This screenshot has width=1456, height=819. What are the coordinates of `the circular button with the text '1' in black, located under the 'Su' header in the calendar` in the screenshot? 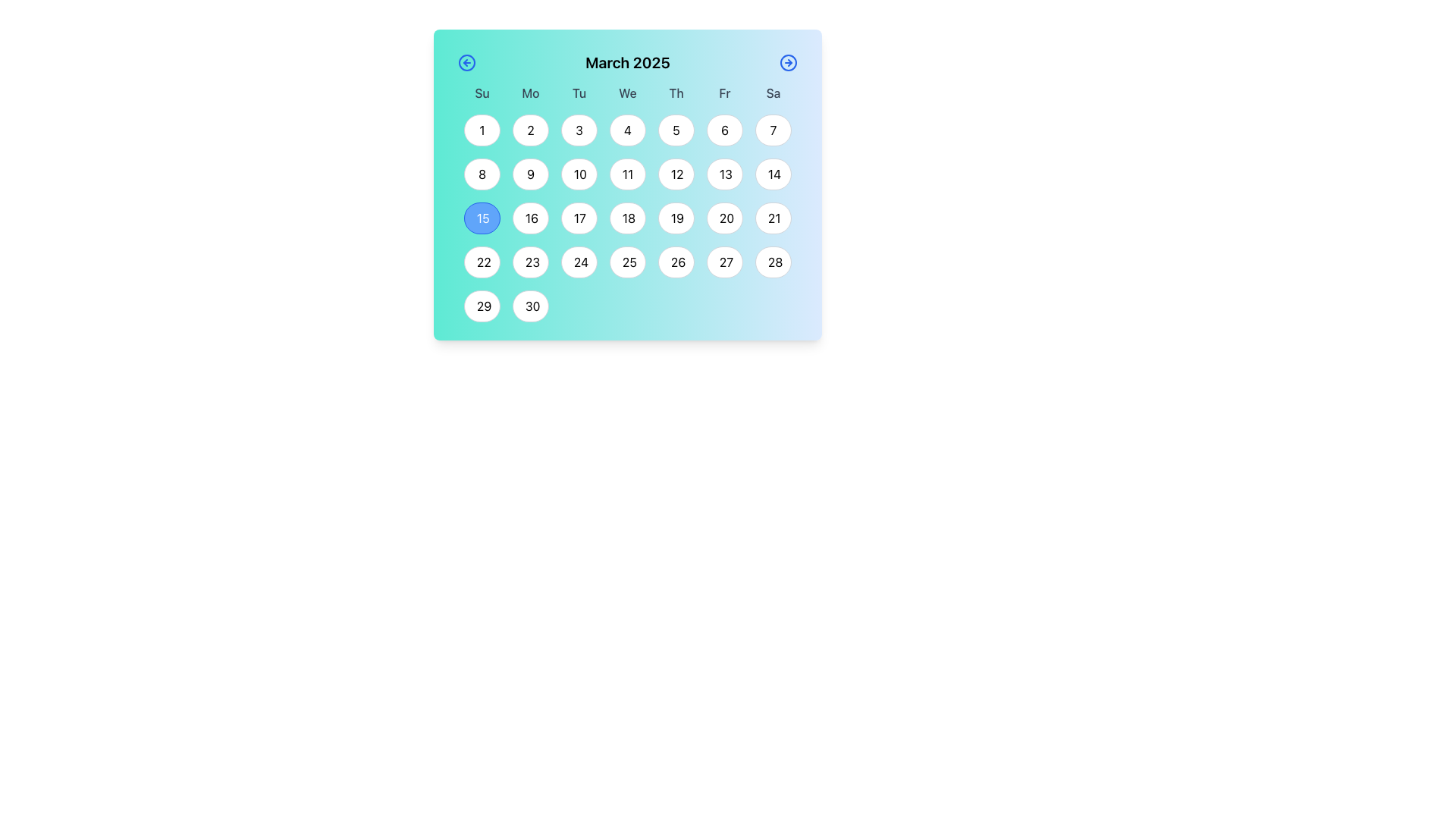 It's located at (481, 130).